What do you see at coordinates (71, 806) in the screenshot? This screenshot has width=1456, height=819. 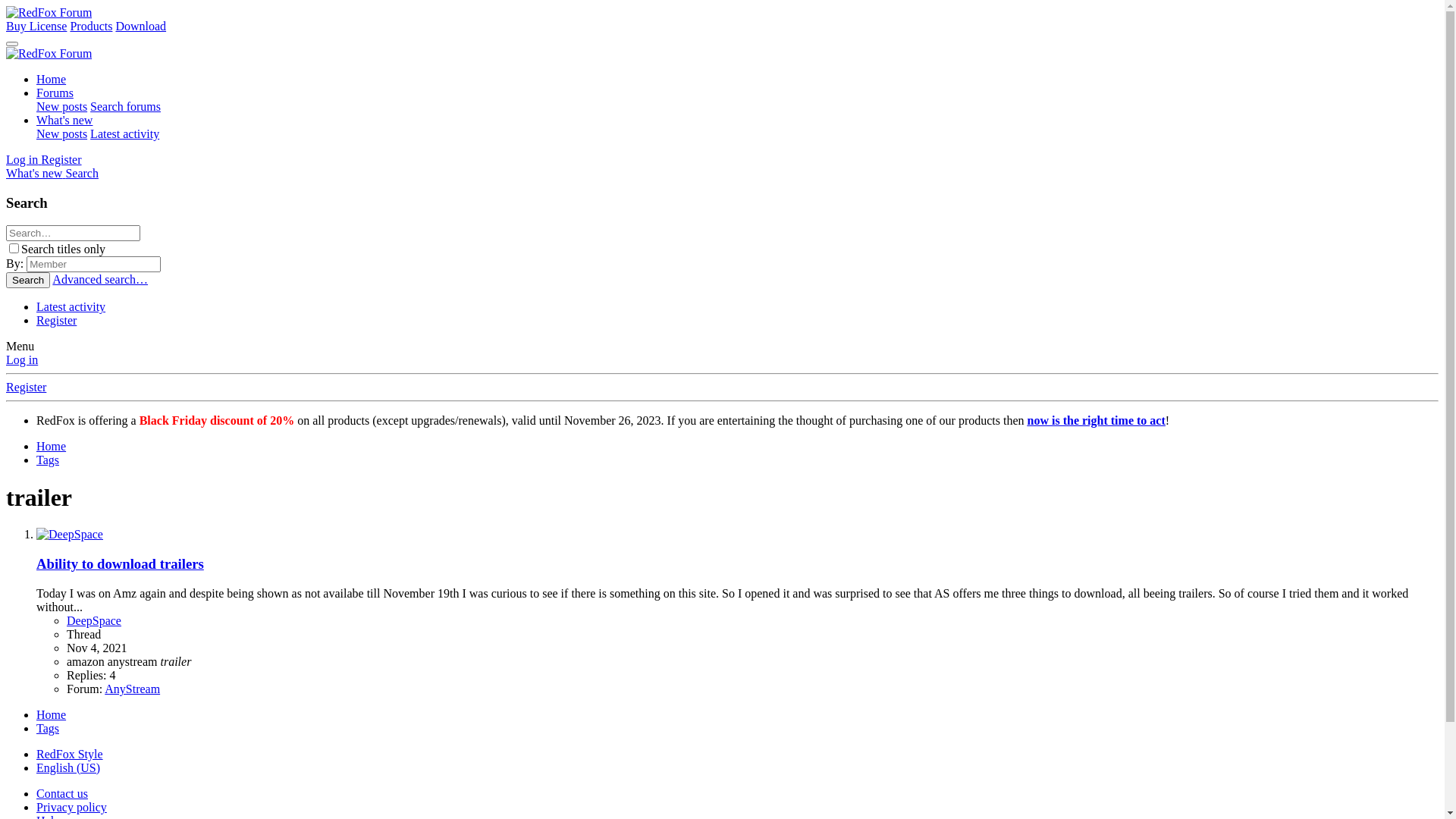 I see `'Privacy policy'` at bounding box center [71, 806].